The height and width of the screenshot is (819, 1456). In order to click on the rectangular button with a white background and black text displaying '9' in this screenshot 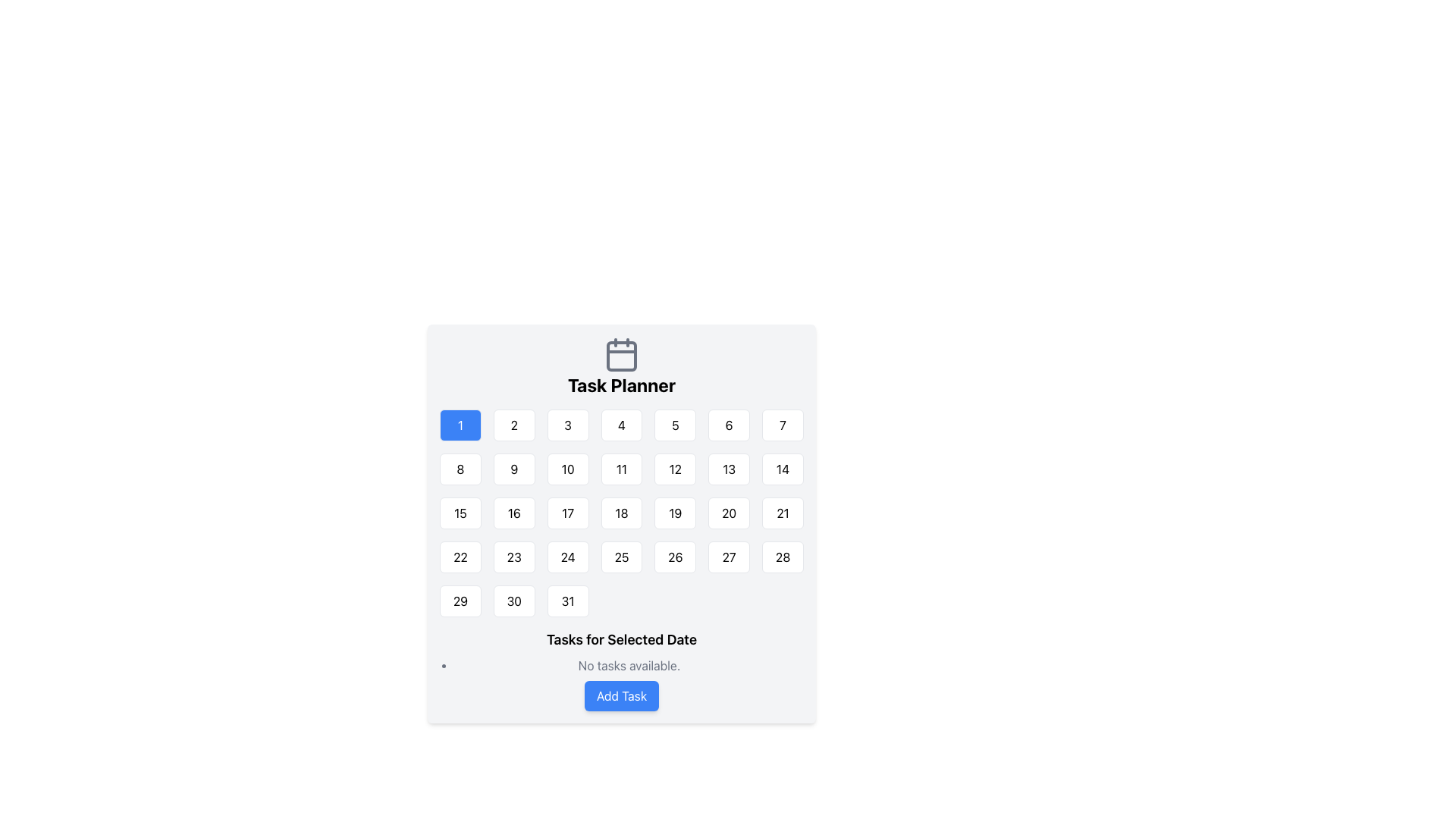, I will do `click(513, 468)`.